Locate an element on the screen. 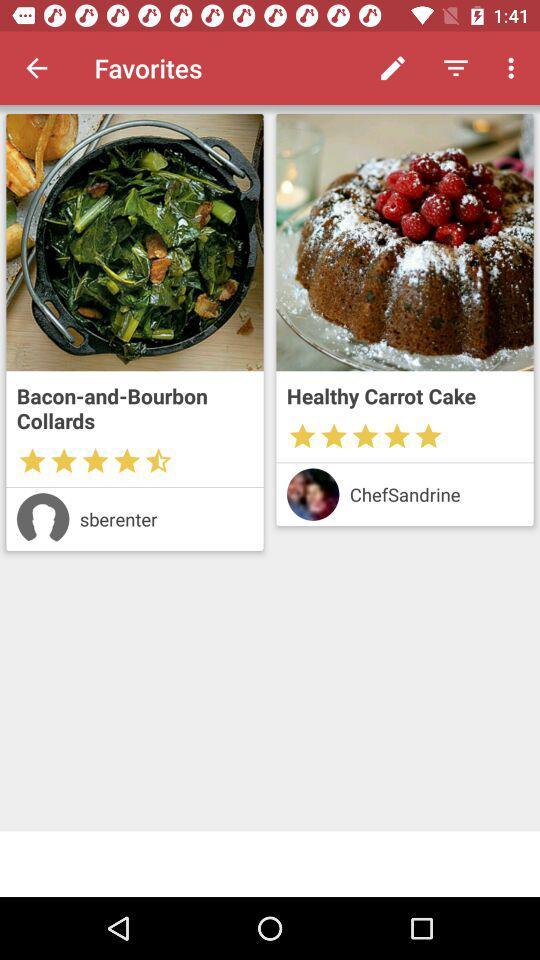 The image size is (540, 960). open healthy carrot cake recipe is located at coordinates (405, 241).